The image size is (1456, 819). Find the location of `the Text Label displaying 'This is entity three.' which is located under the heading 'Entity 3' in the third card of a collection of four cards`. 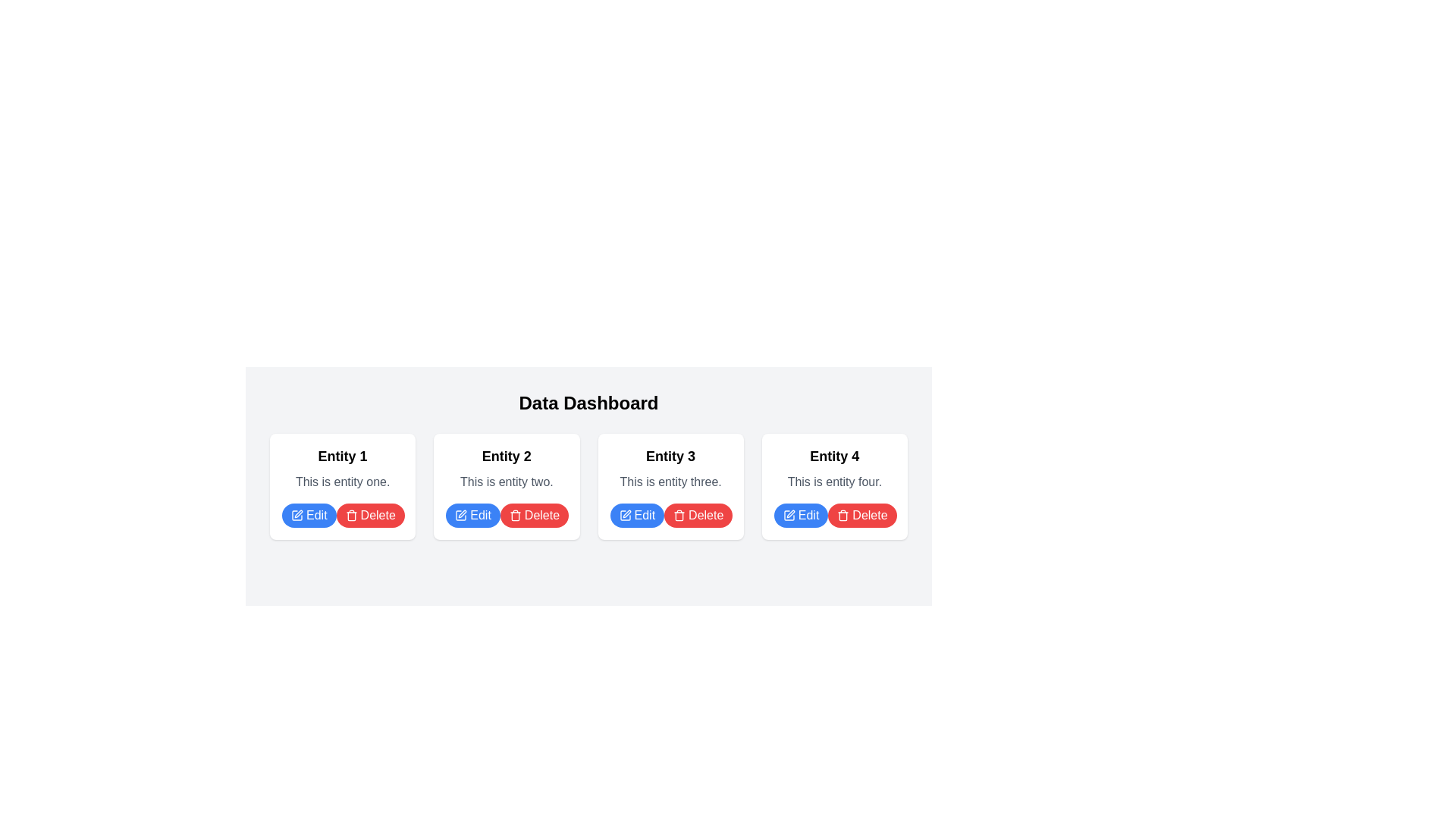

the Text Label displaying 'This is entity three.' which is located under the heading 'Entity 3' in the third card of a collection of four cards is located at coordinates (670, 482).